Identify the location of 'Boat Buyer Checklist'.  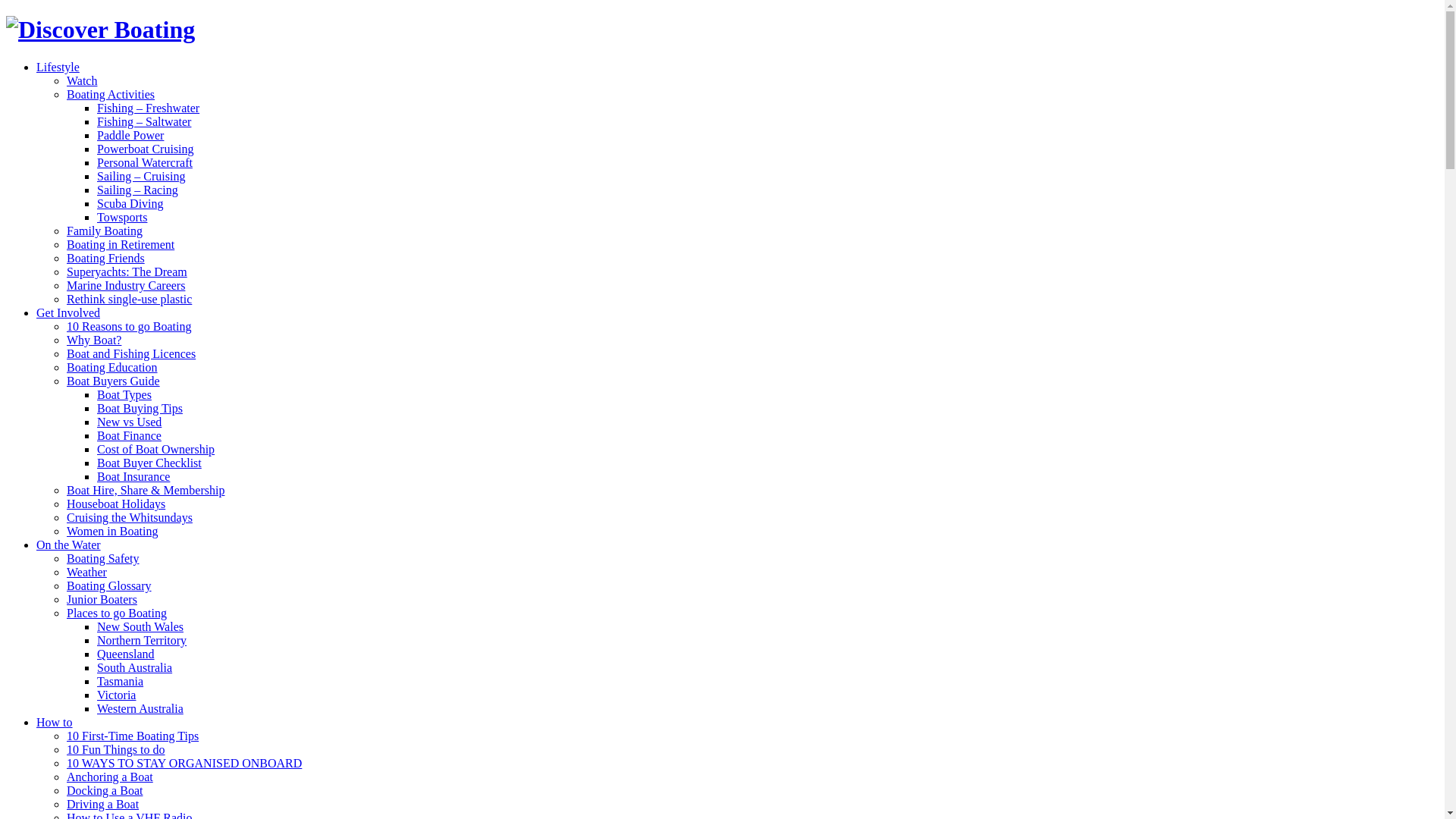
(96, 462).